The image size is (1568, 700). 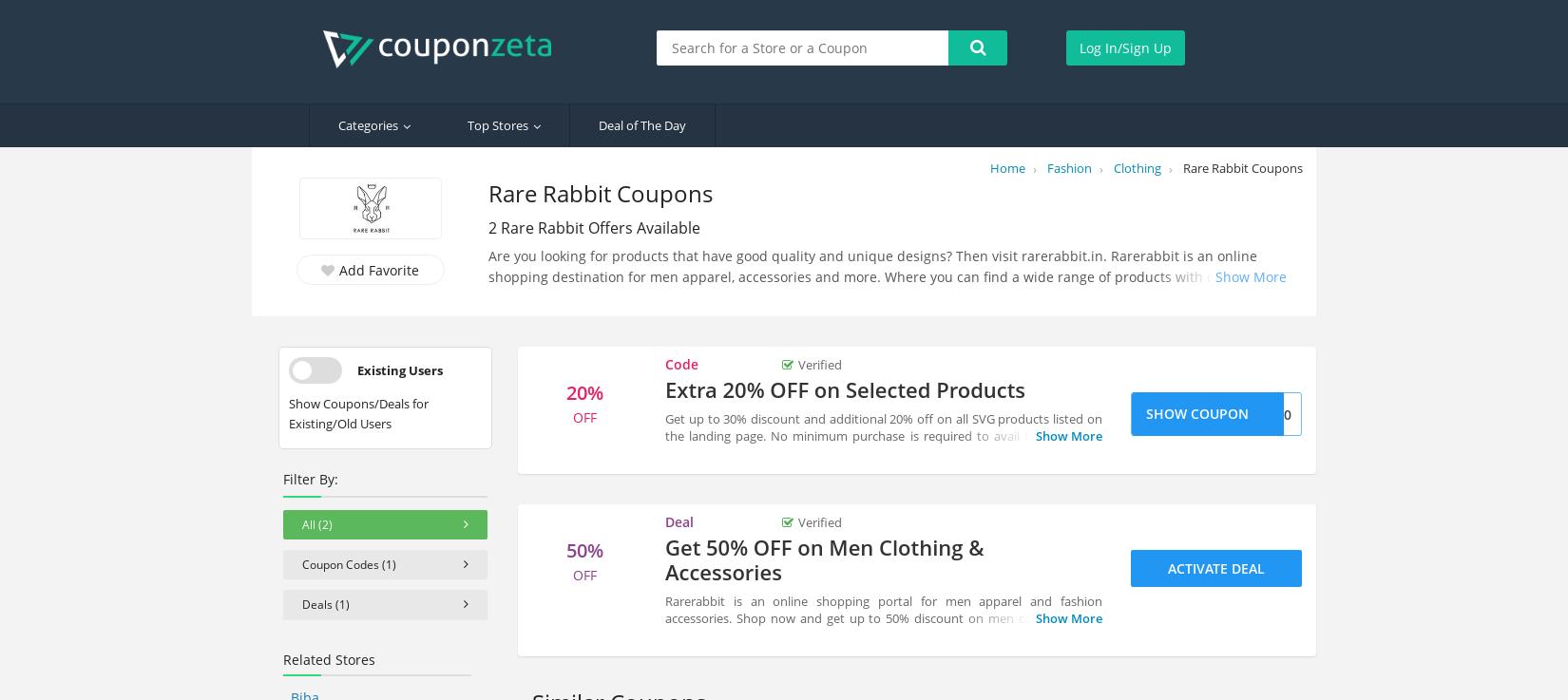 What do you see at coordinates (328, 657) in the screenshot?
I see `'Related Stores'` at bounding box center [328, 657].